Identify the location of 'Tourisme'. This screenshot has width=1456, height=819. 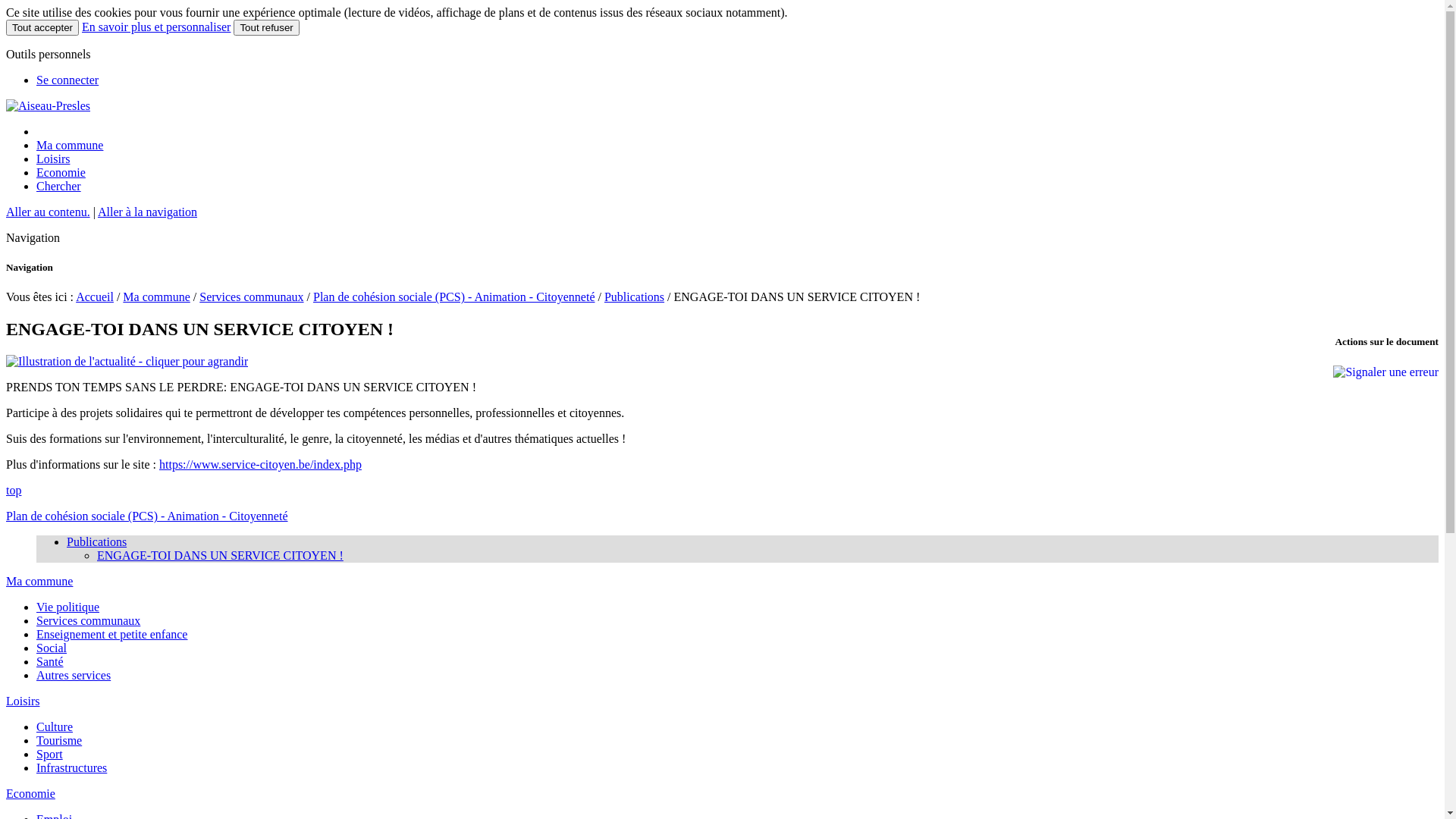
(58, 739).